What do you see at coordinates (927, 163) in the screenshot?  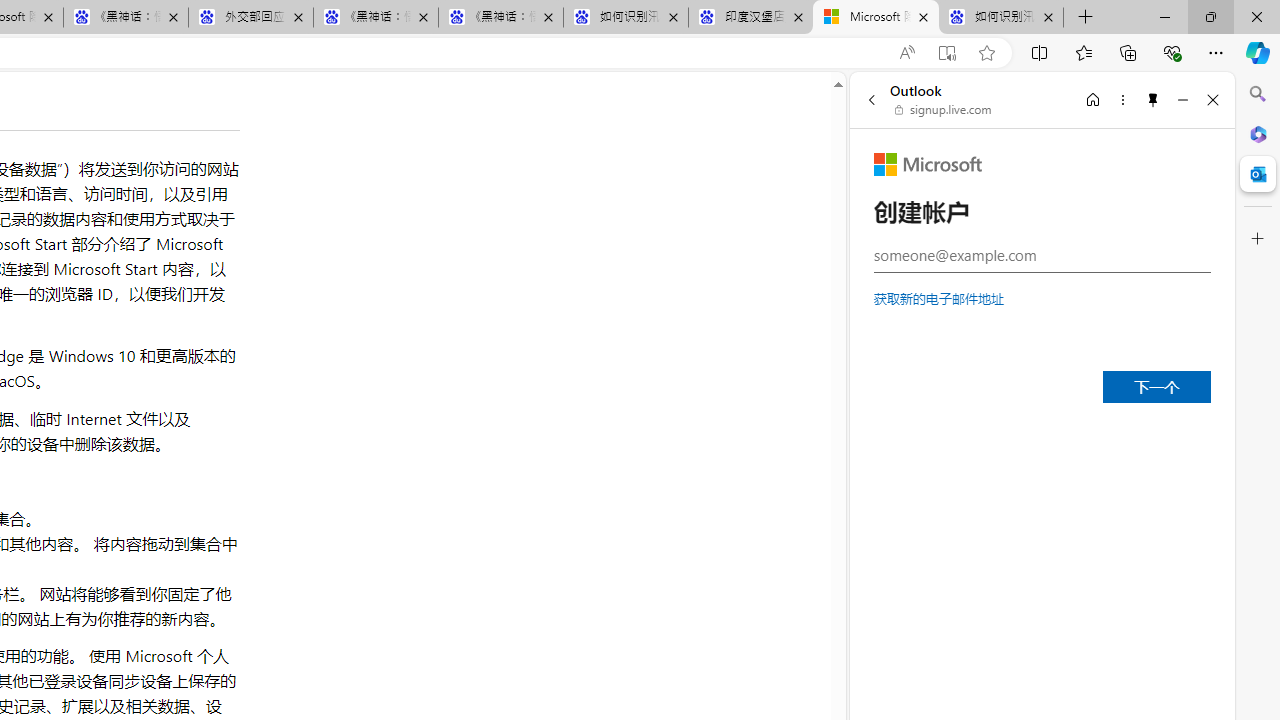 I see `'Microsoft'` at bounding box center [927, 163].